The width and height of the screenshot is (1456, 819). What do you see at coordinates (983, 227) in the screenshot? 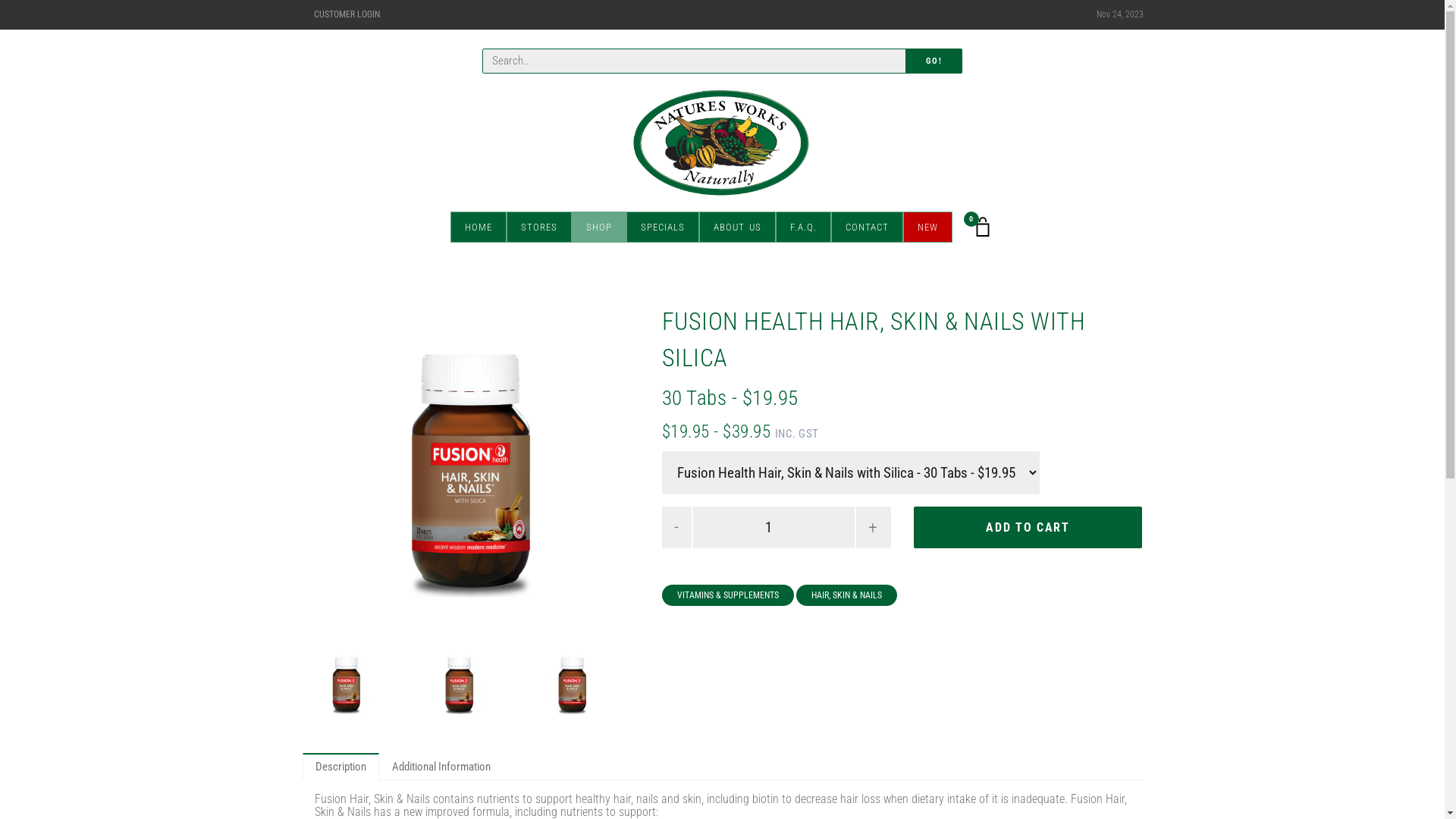
I see `'0'` at bounding box center [983, 227].